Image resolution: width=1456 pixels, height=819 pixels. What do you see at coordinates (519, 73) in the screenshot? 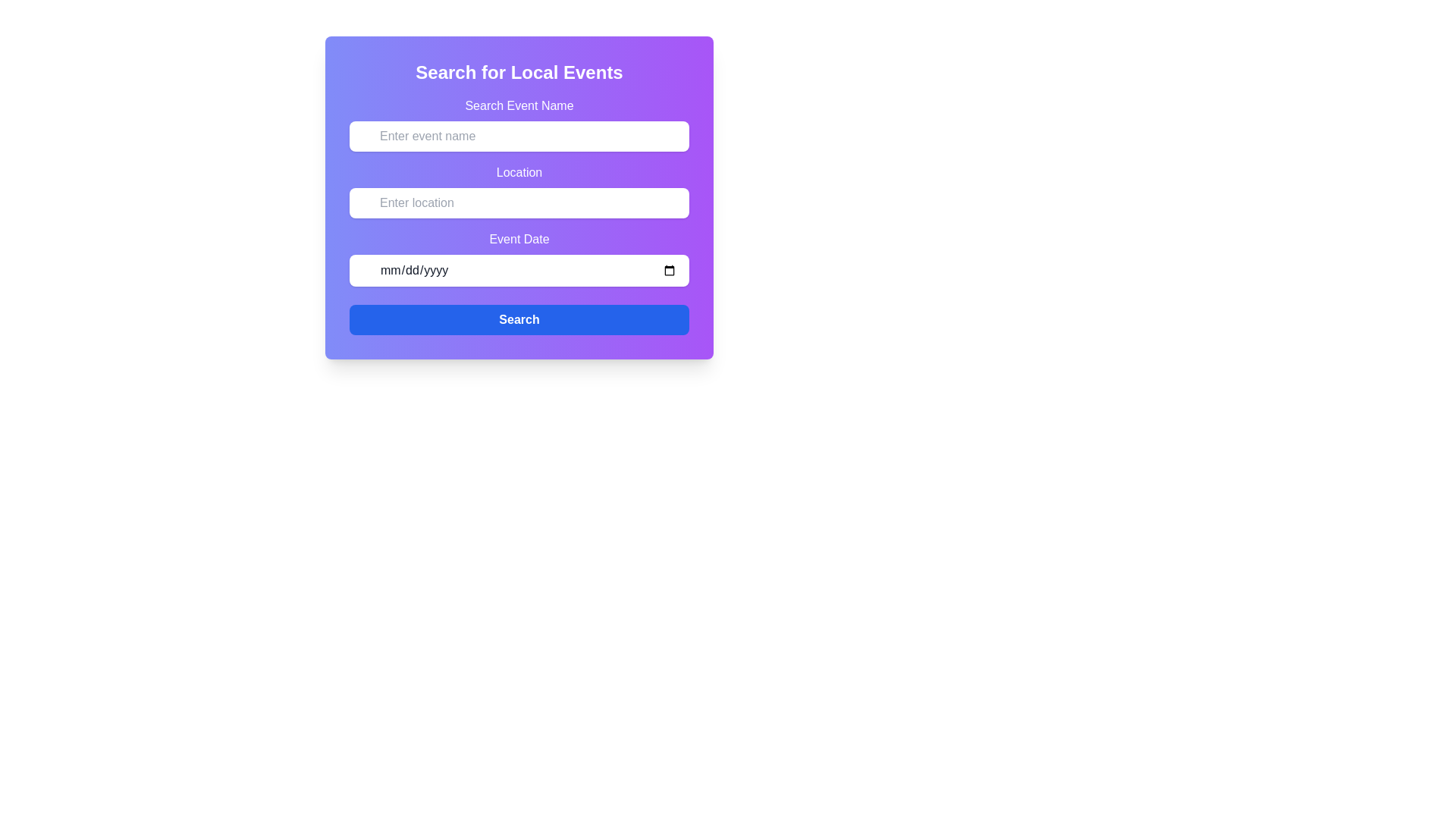
I see `the text heading that displays 'Search for Local Events', which is centered in a purple background gradient and serves as the main title of the interface` at bounding box center [519, 73].